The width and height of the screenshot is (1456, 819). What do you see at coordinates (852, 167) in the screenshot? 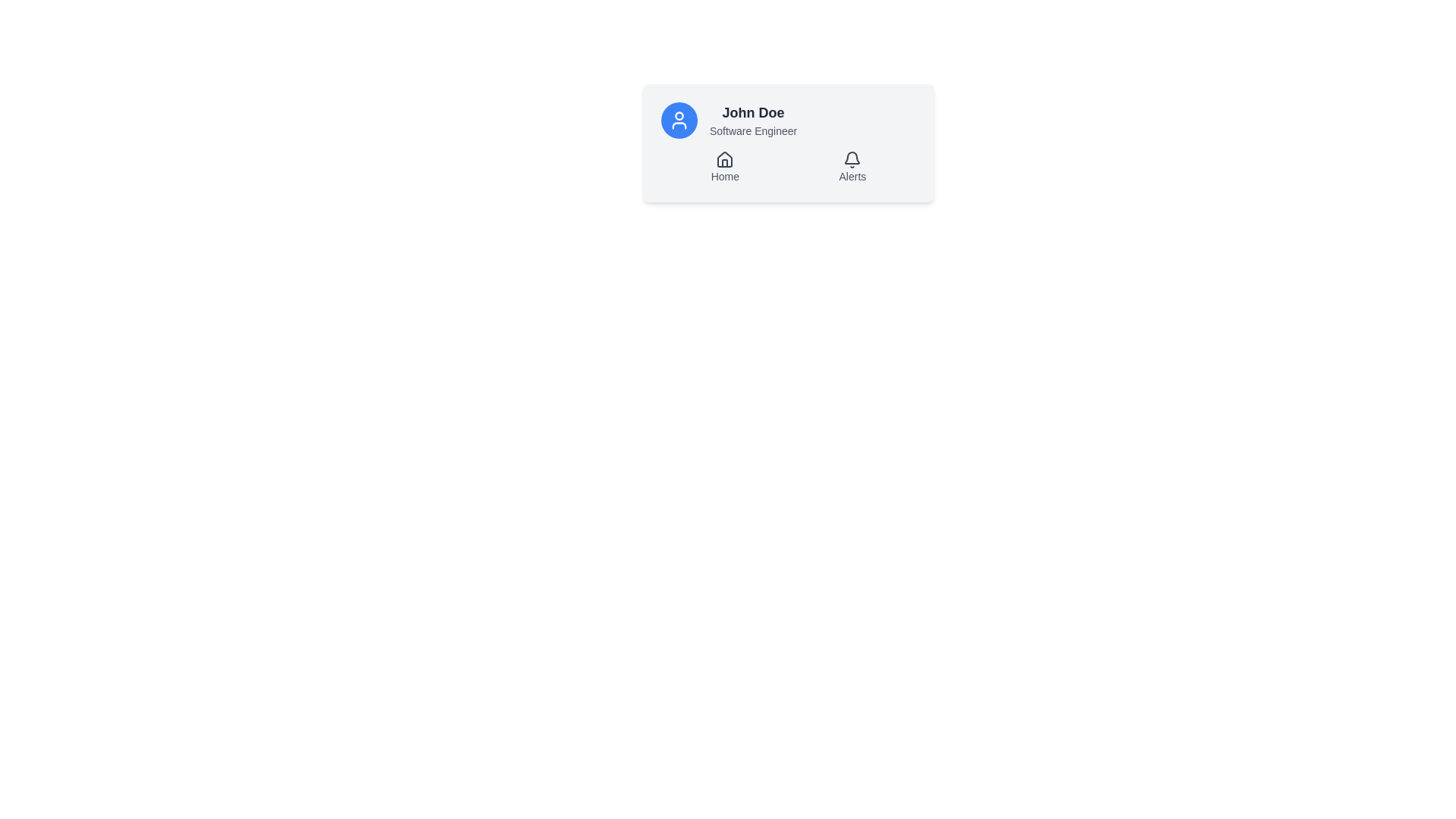
I see `the combined icon-label navigation item for Alerts` at bounding box center [852, 167].